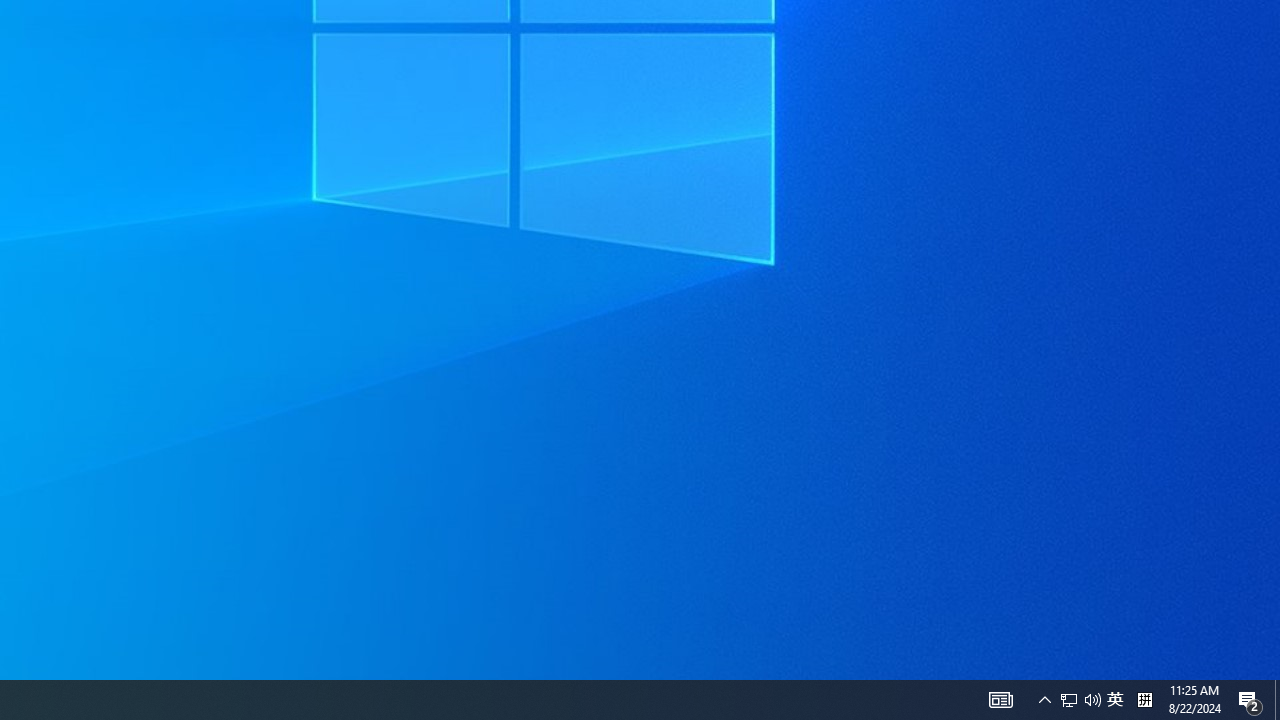  I want to click on 'Action Center, 2 new notifications', so click(1250, 698).